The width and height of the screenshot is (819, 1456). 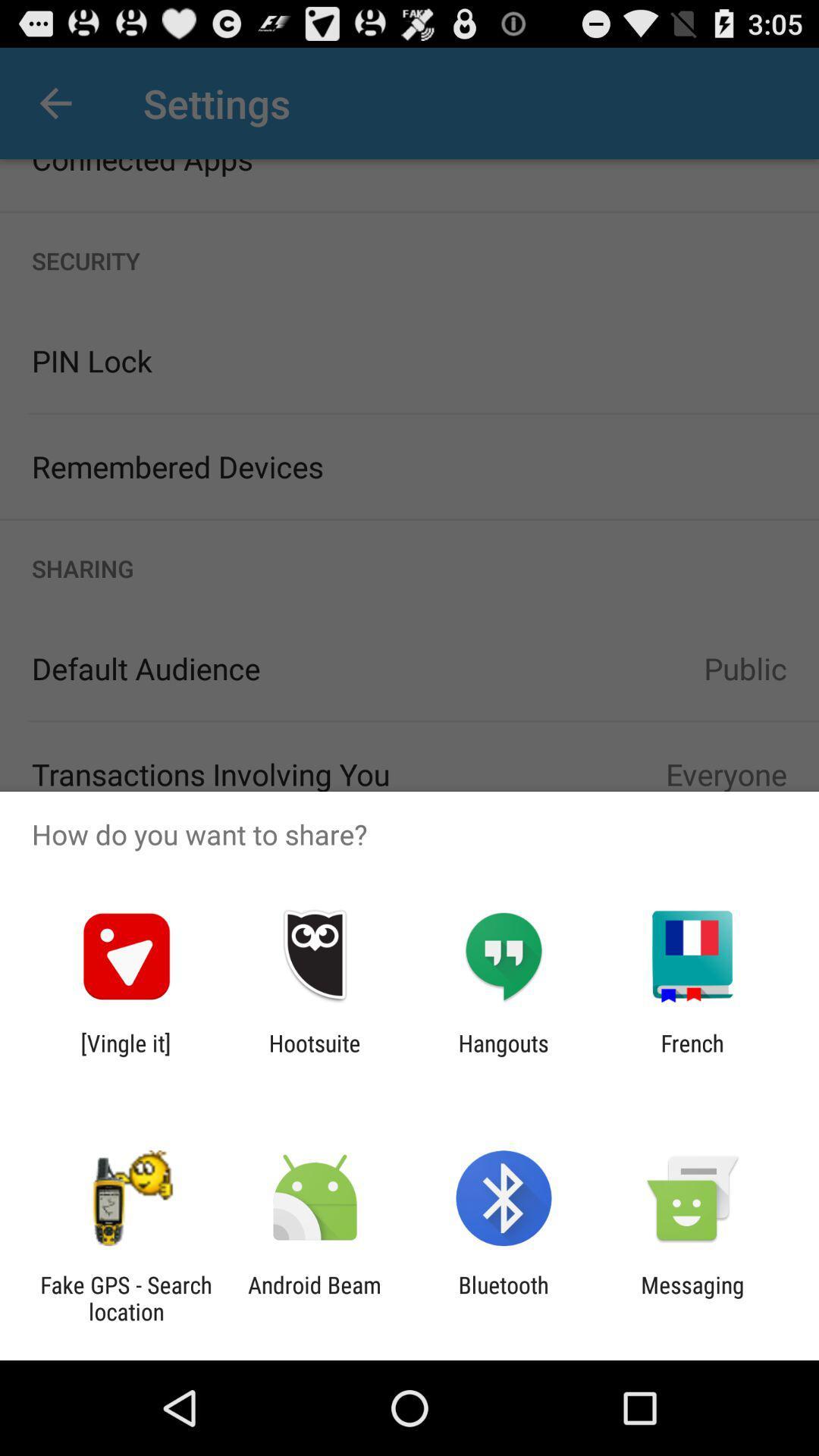 What do you see at coordinates (314, 1056) in the screenshot?
I see `the hootsuite` at bounding box center [314, 1056].